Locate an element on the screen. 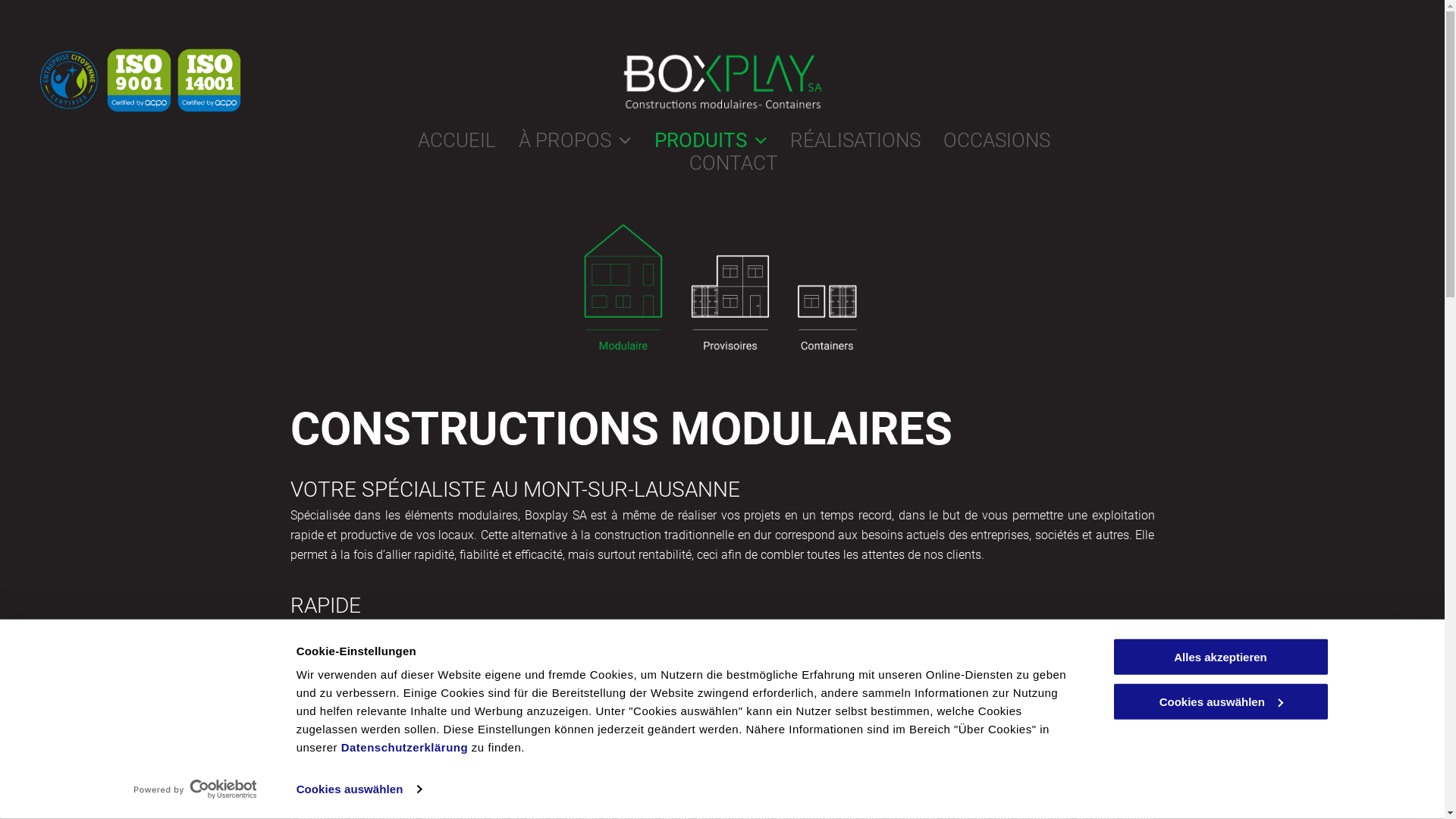 Image resolution: width=1456 pixels, height=819 pixels. 'Alles akzeptieren' is located at coordinates (1111, 656).